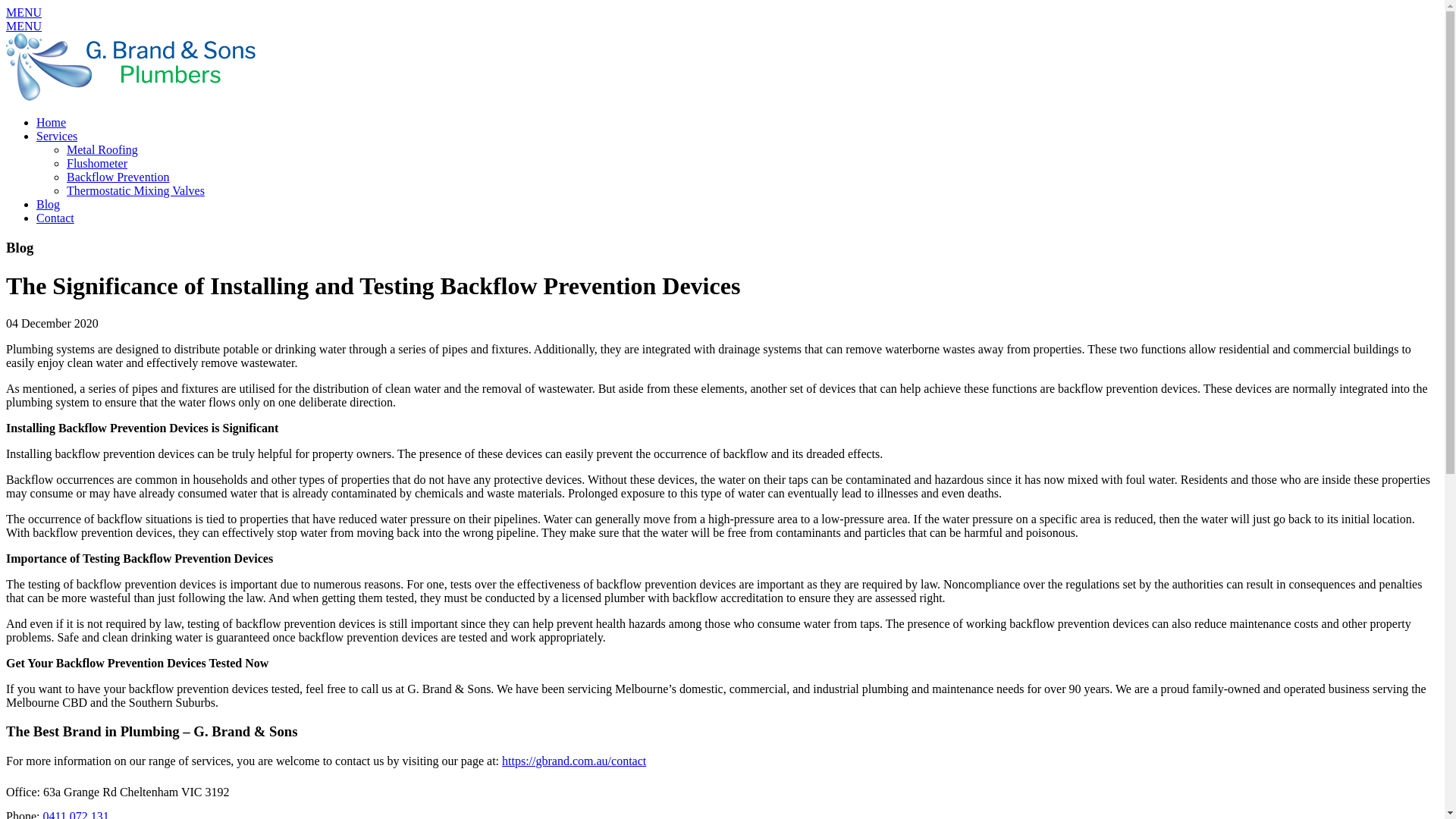  What do you see at coordinates (55, 218) in the screenshot?
I see `'Contact'` at bounding box center [55, 218].